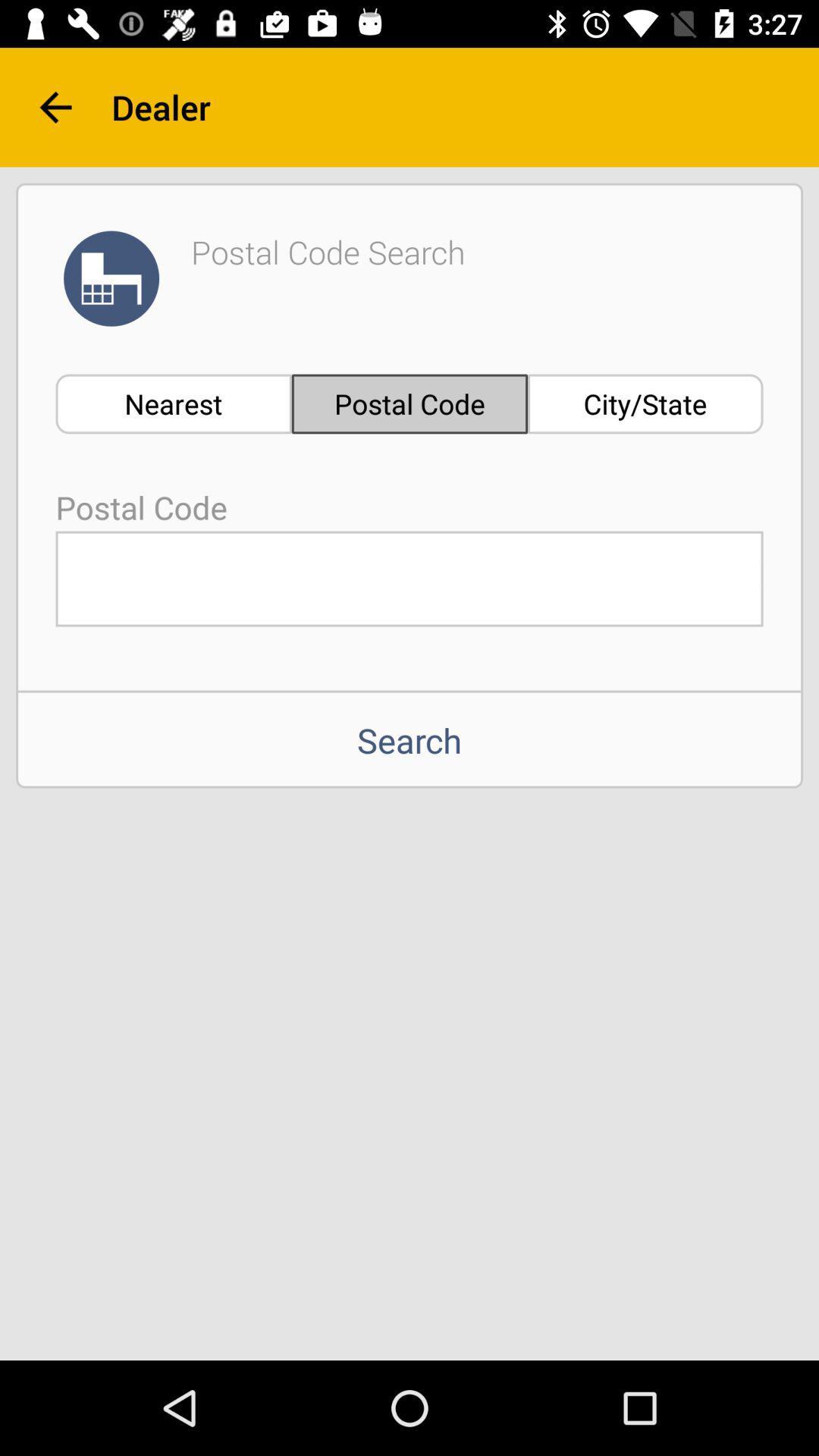 This screenshot has height=1456, width=819. I want to click on item next to the dealer item, so click(55, 106).